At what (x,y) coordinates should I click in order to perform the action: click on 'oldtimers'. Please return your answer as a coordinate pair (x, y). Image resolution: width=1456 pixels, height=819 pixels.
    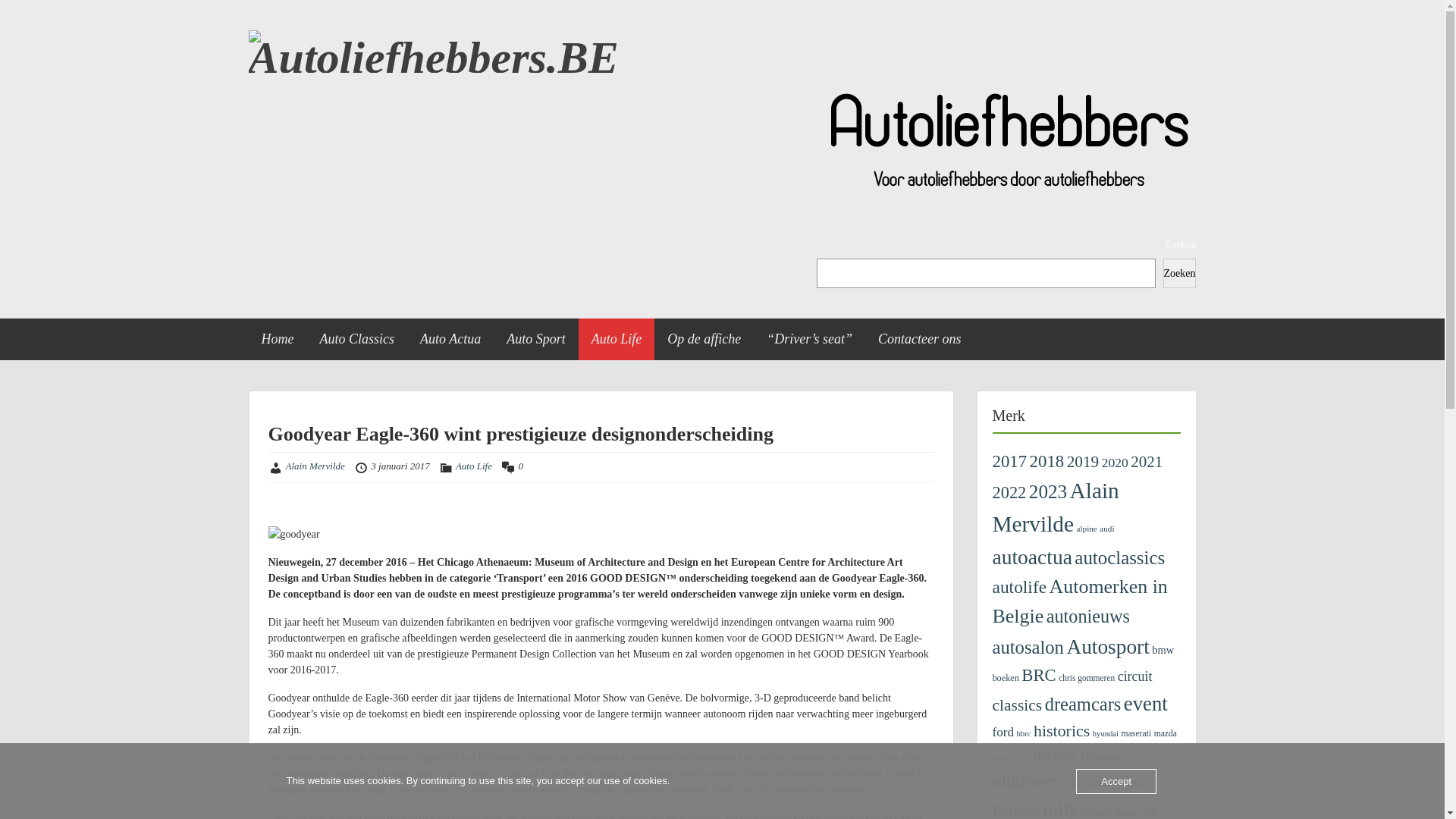
    Looking at the image, I should click on (1026, 780).